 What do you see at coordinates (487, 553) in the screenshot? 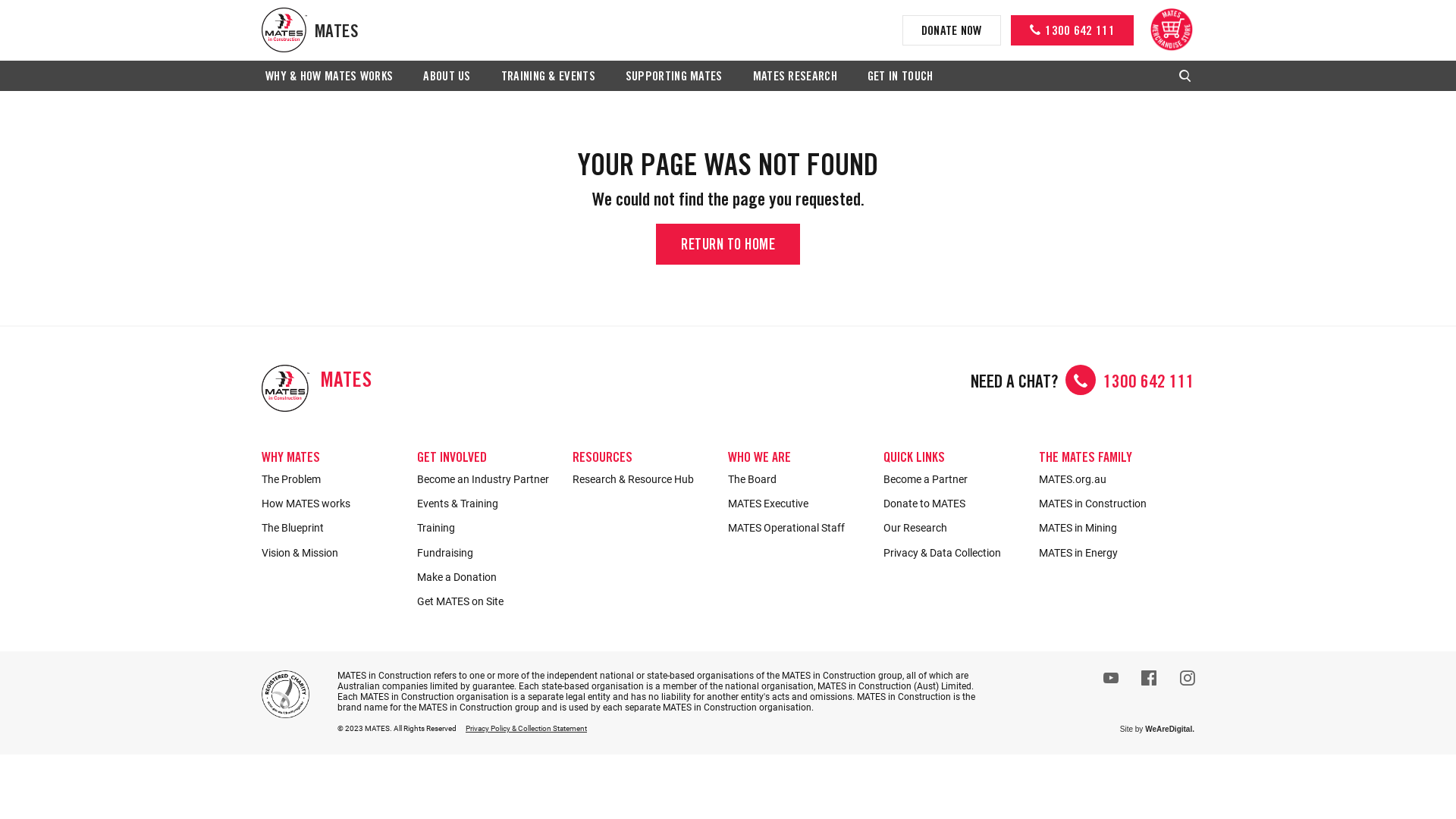
I see `'Fundraising'` at bounding box center [487, 553].